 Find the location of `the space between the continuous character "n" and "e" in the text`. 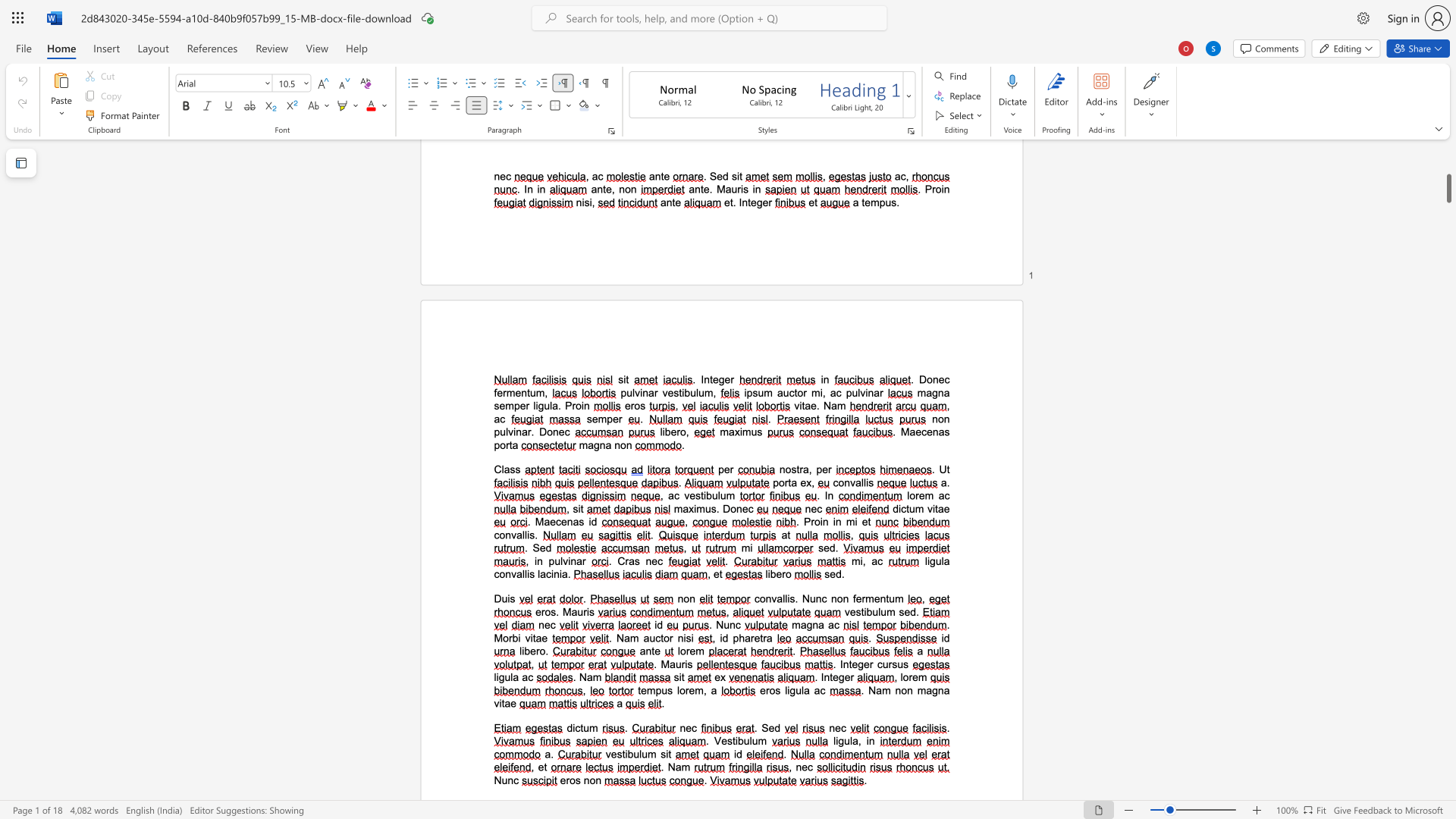

the space between the continuous character "n" and "e" in the text is located at coordinates (651, 561).